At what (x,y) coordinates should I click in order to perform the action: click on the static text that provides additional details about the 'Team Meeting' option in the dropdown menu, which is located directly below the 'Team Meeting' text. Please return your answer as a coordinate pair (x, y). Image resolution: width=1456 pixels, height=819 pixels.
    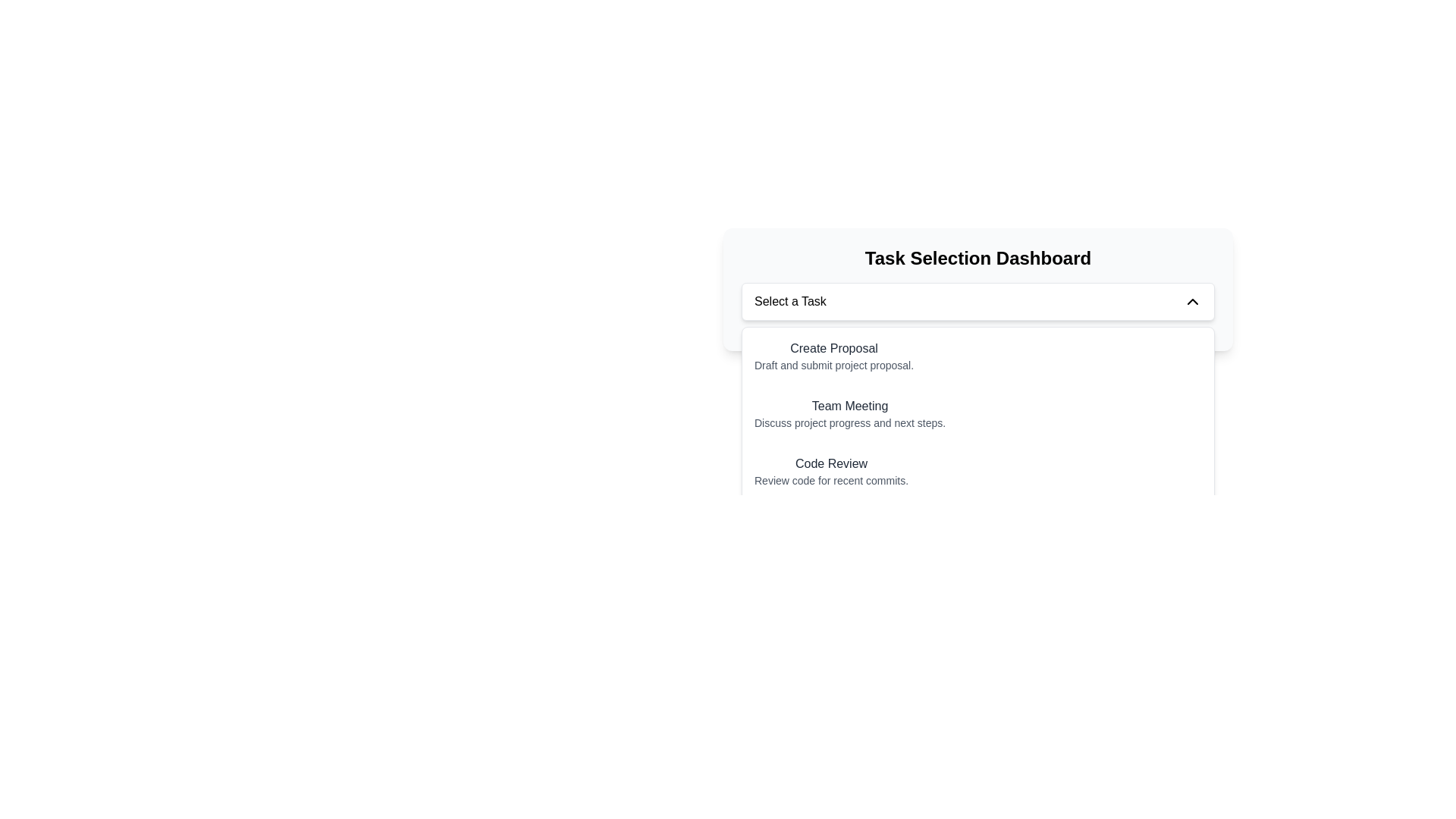
    Looking at the image, I should click on (850, 423).